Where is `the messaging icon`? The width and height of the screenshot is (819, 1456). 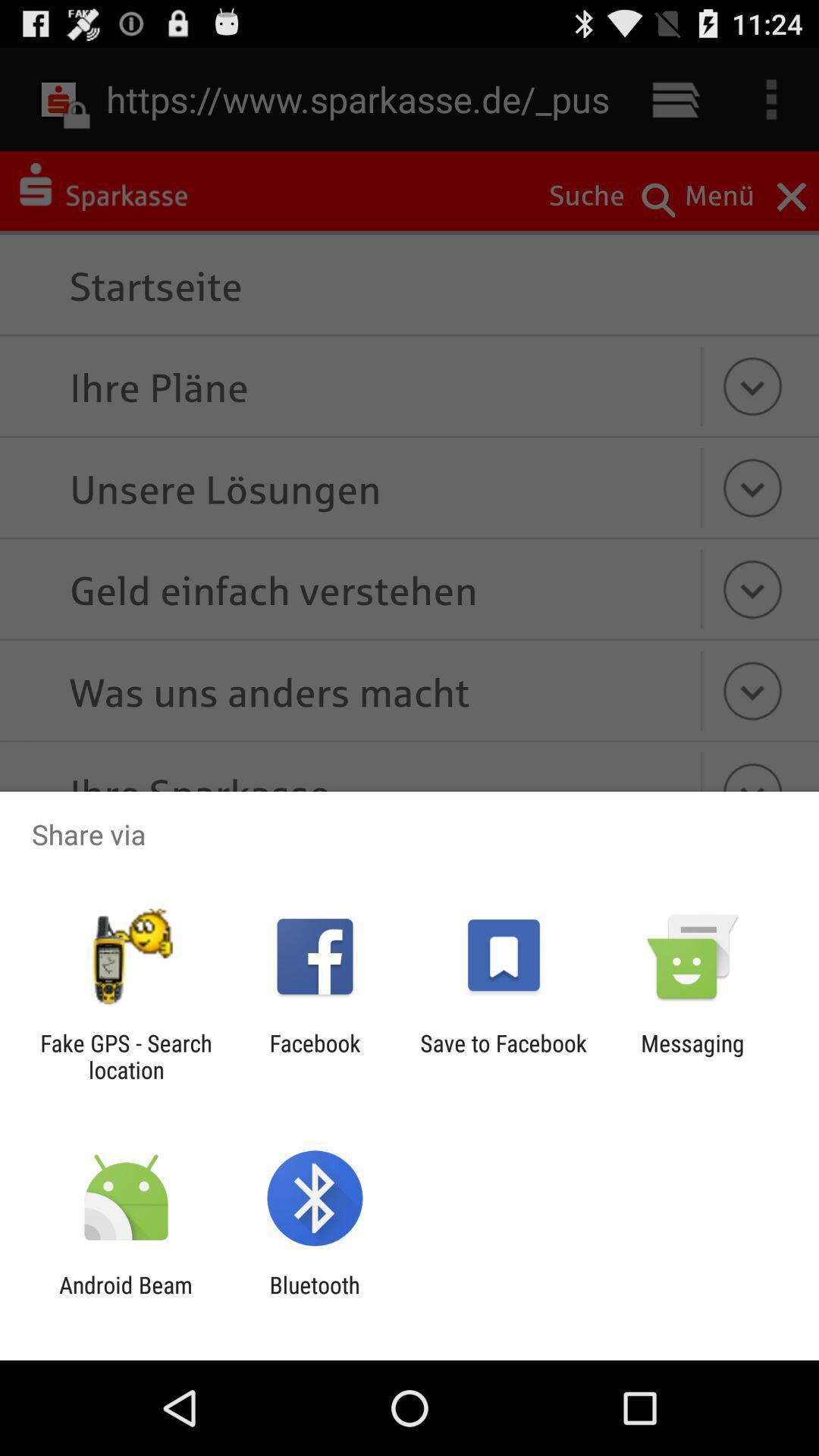
the messaging icon is located at coordinates (692, 1056).